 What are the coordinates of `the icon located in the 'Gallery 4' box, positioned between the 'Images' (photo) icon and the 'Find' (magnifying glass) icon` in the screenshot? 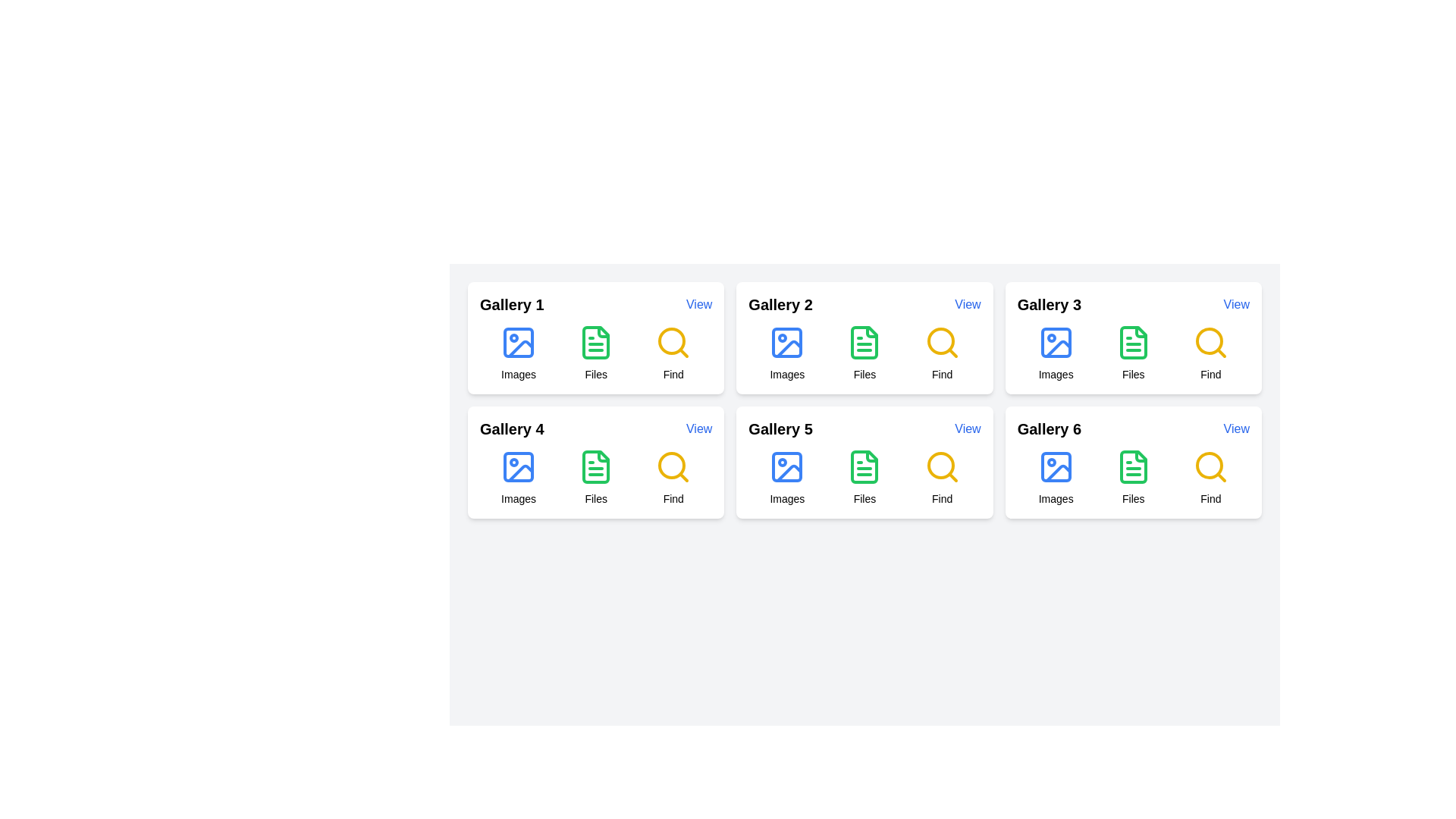 It's located at (595, 466).